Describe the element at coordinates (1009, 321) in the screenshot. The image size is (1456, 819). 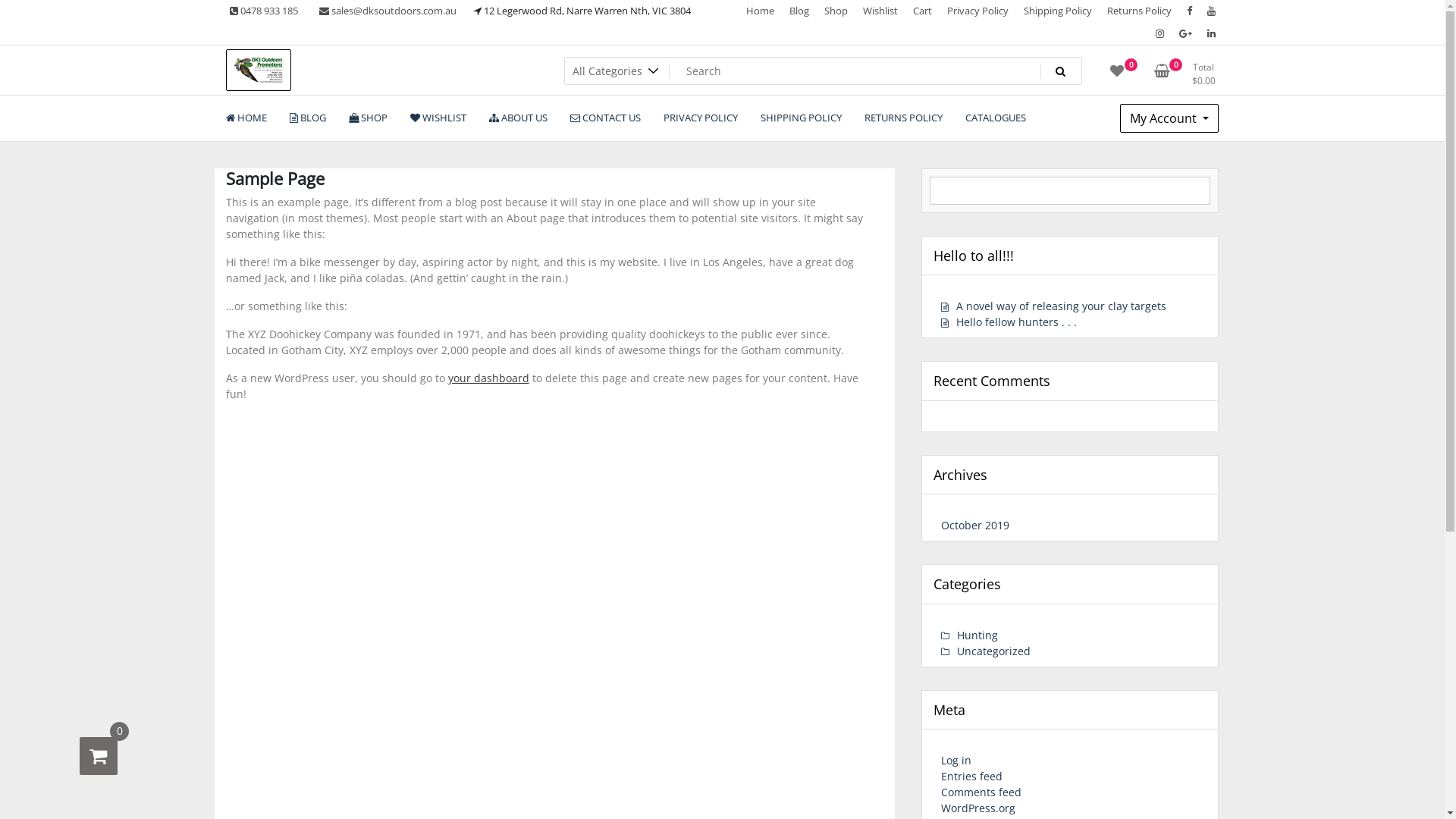
I see `'Hello fellow hunters . . .'` at that location.